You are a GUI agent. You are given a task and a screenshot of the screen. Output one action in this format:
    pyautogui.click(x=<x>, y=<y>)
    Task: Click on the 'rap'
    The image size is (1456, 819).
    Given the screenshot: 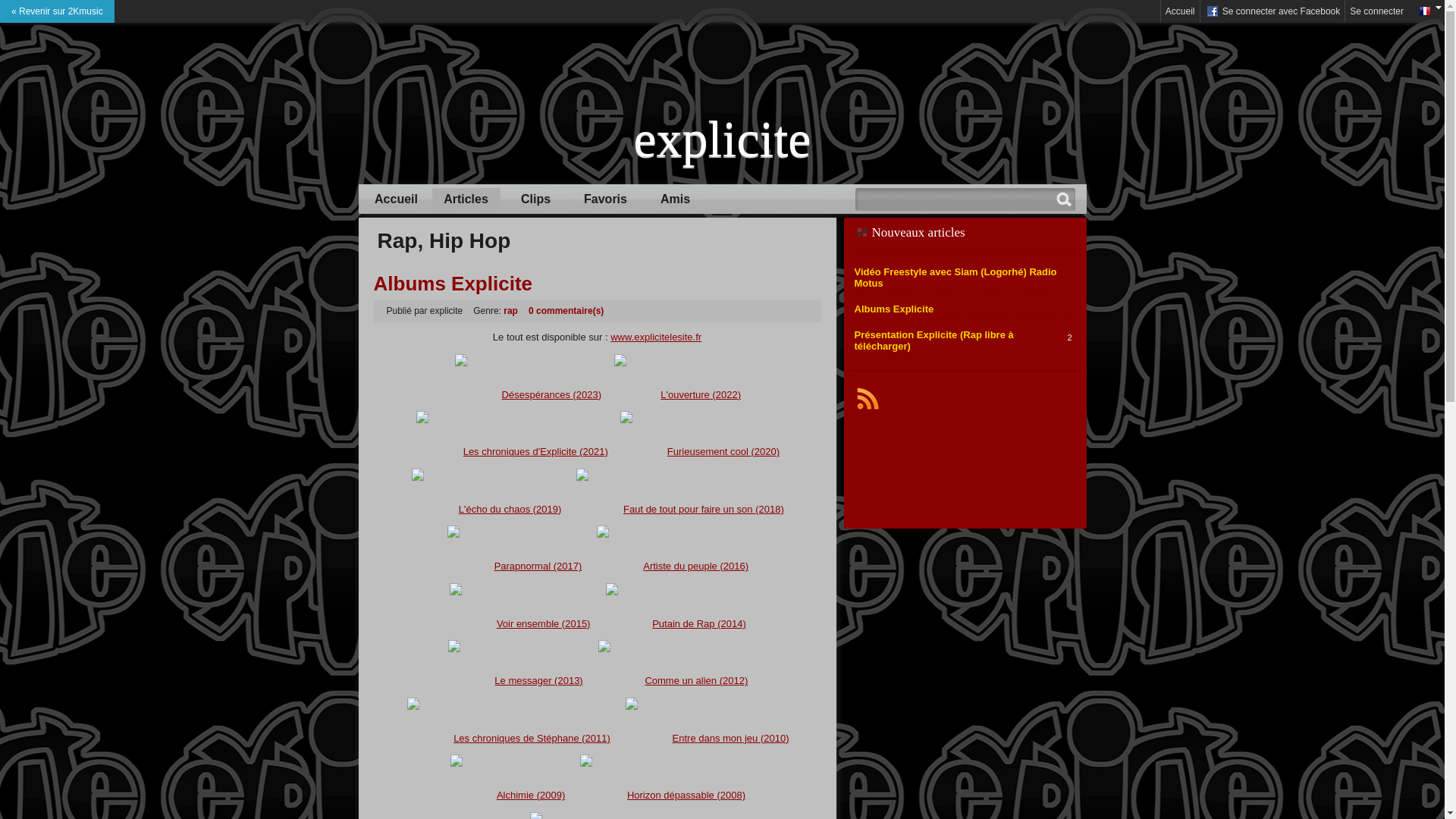 What is the action you would take?
    pyautogui.click(x=510, y=309)
    